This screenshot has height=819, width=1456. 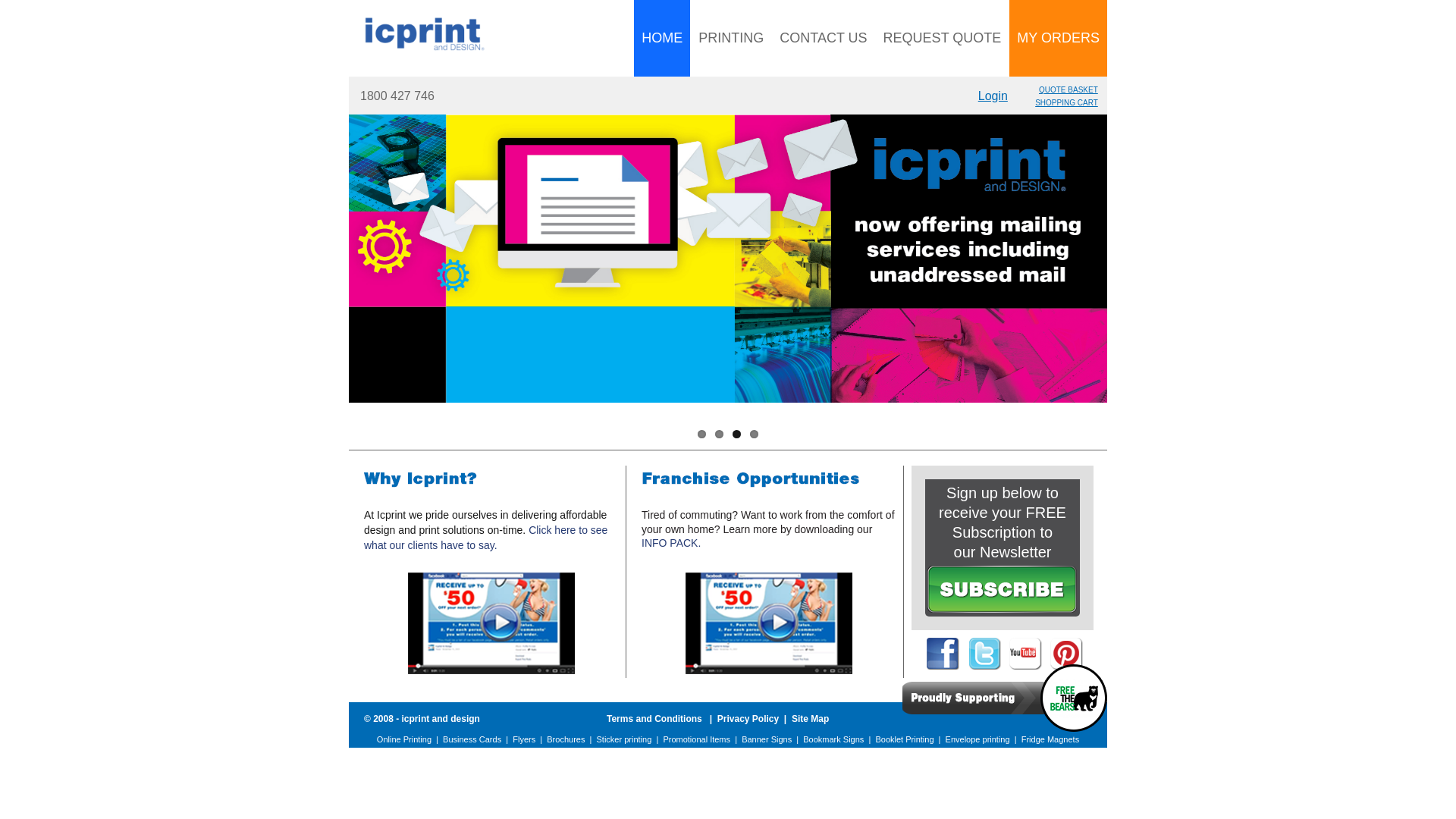 I want to click on 'CONTACT US', so click(x=771, y=37).